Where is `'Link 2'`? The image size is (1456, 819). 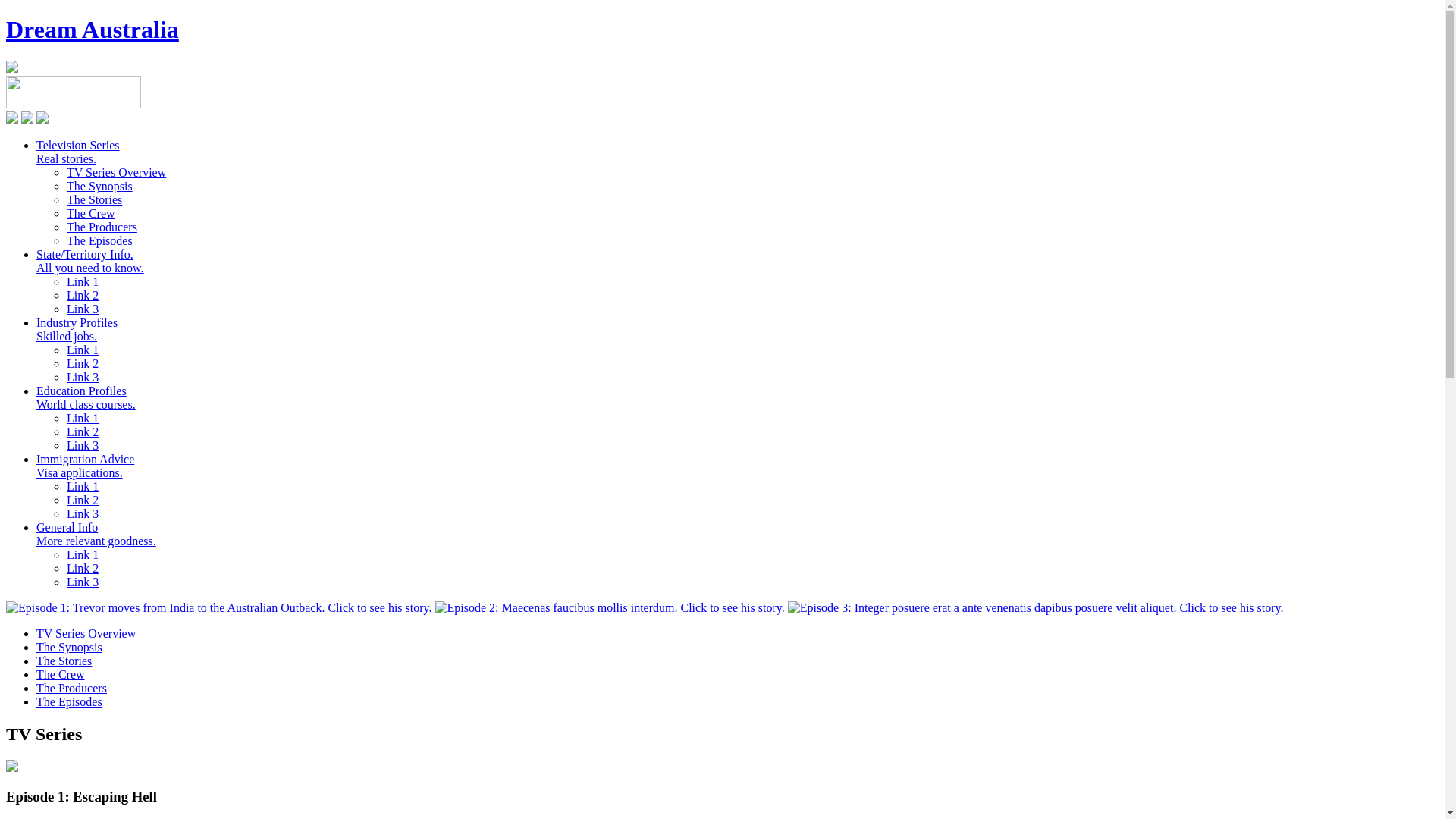 'Link 2' is located at coordinates (82, 431).